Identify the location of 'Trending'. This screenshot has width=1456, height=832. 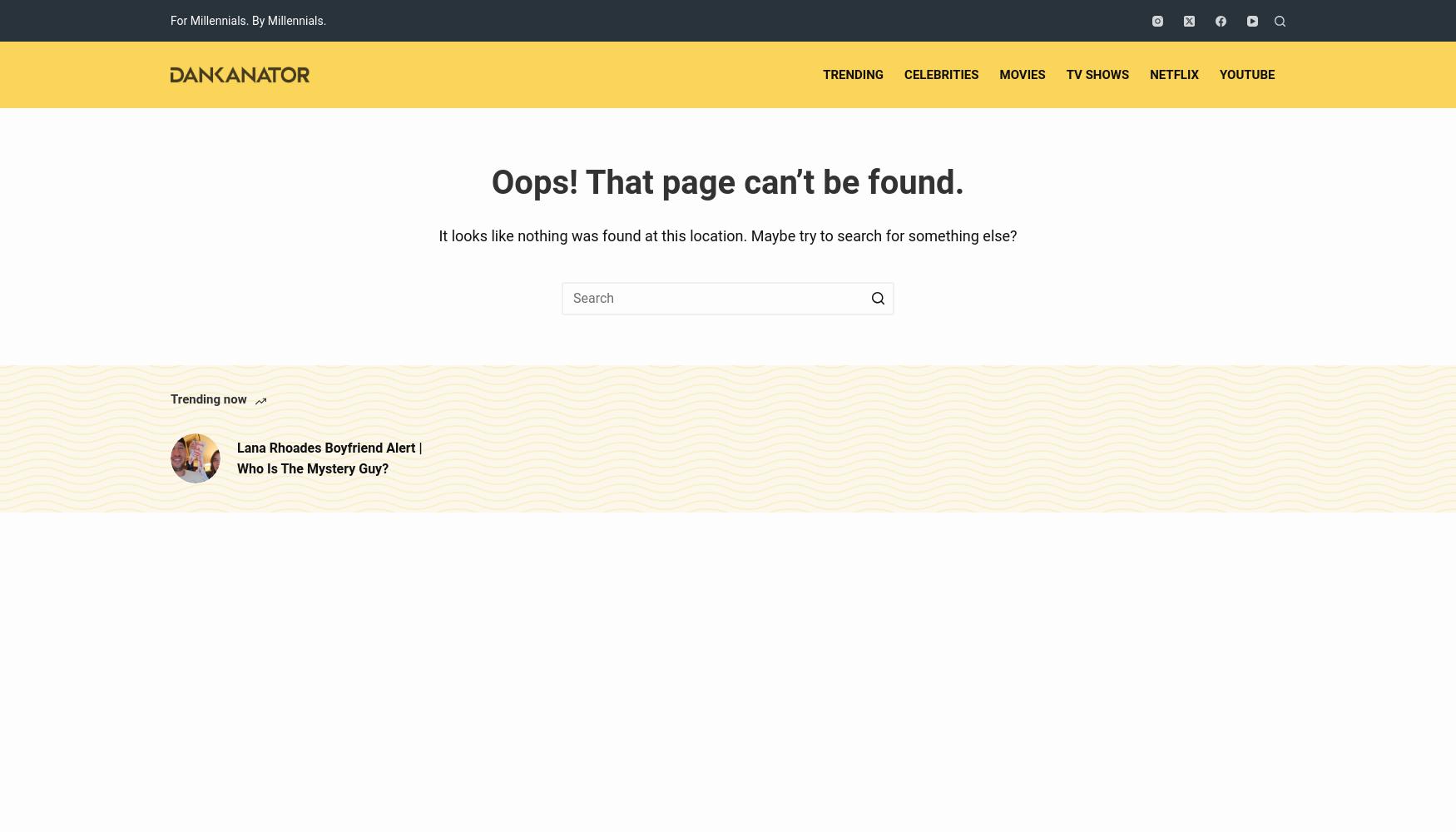
(852, 73).